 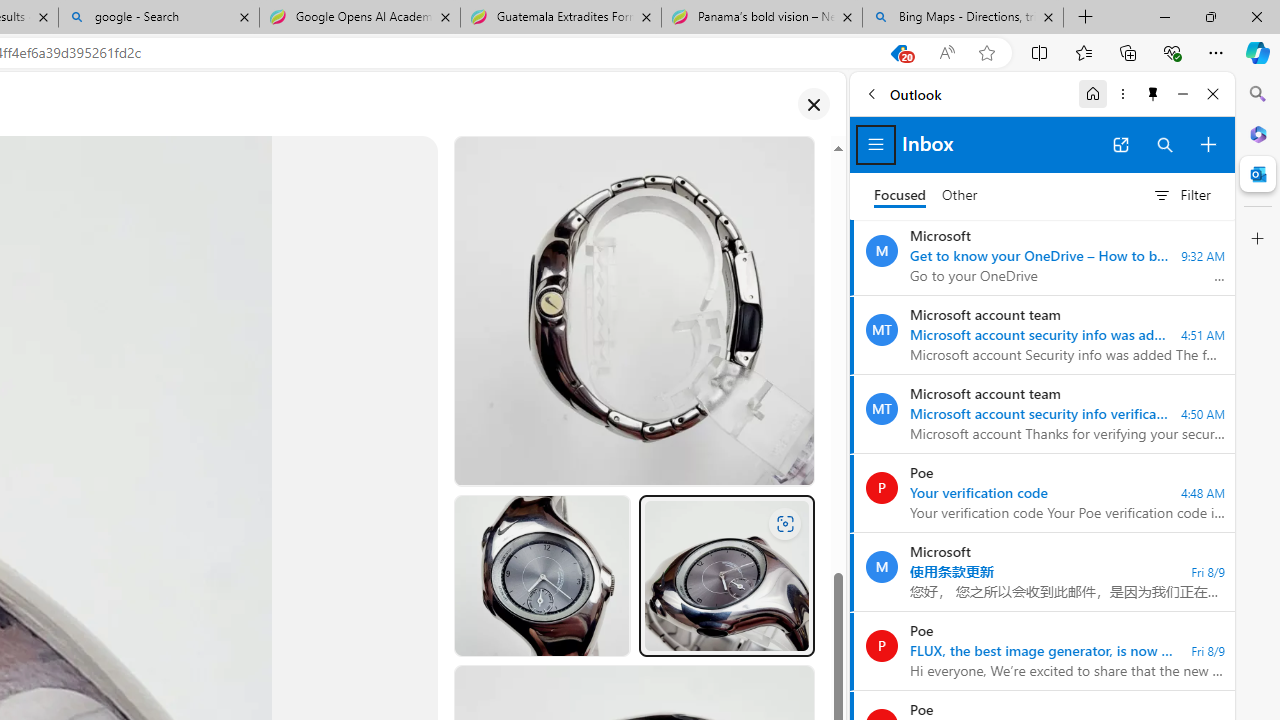 I want to click on 'Filter', so click(x=1181, y=195).